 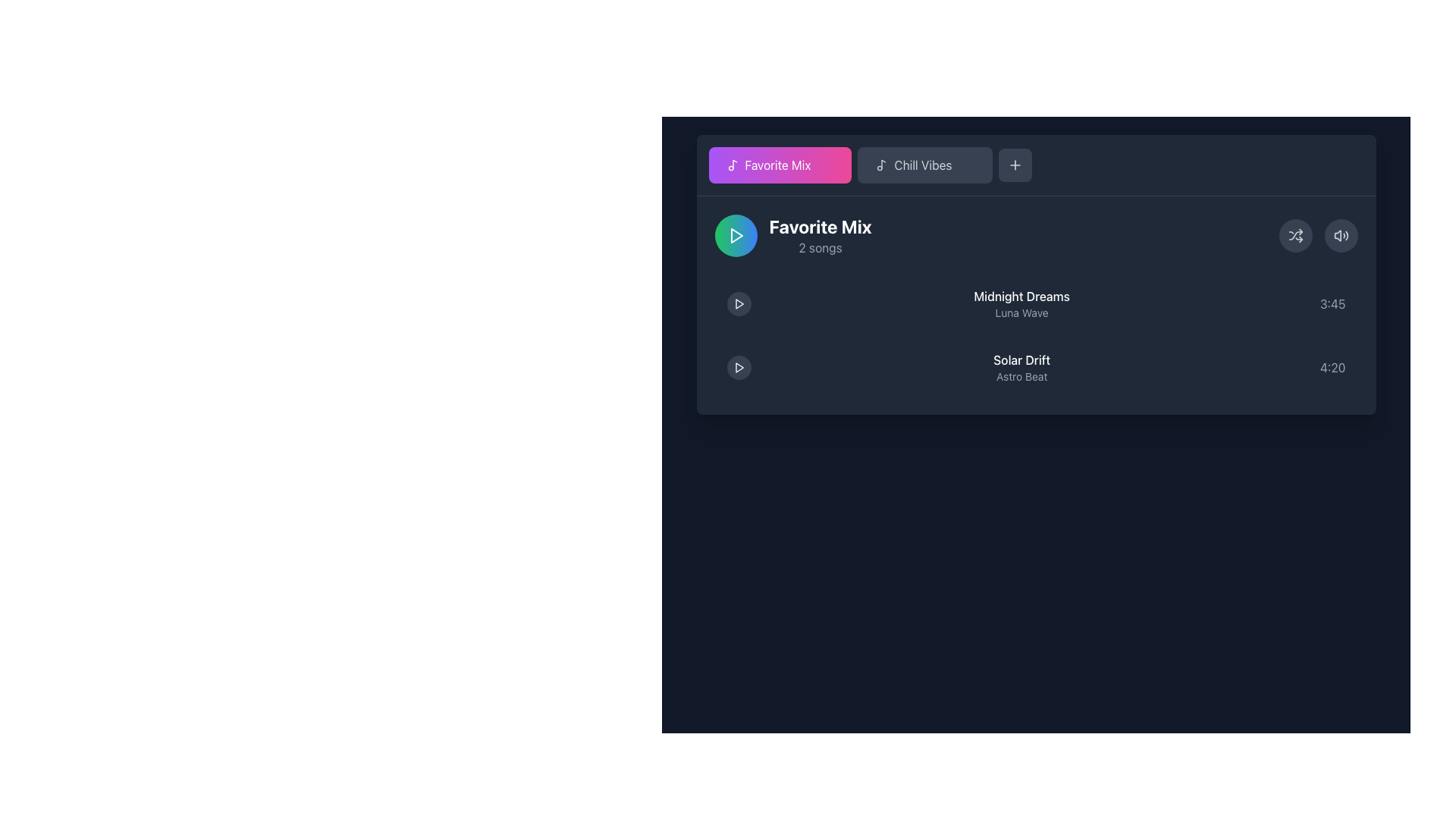 I want to click on the 'Chill Vibes' button, which is the second navigation button in the series at the top of the interface, so click(x=922, y=165).